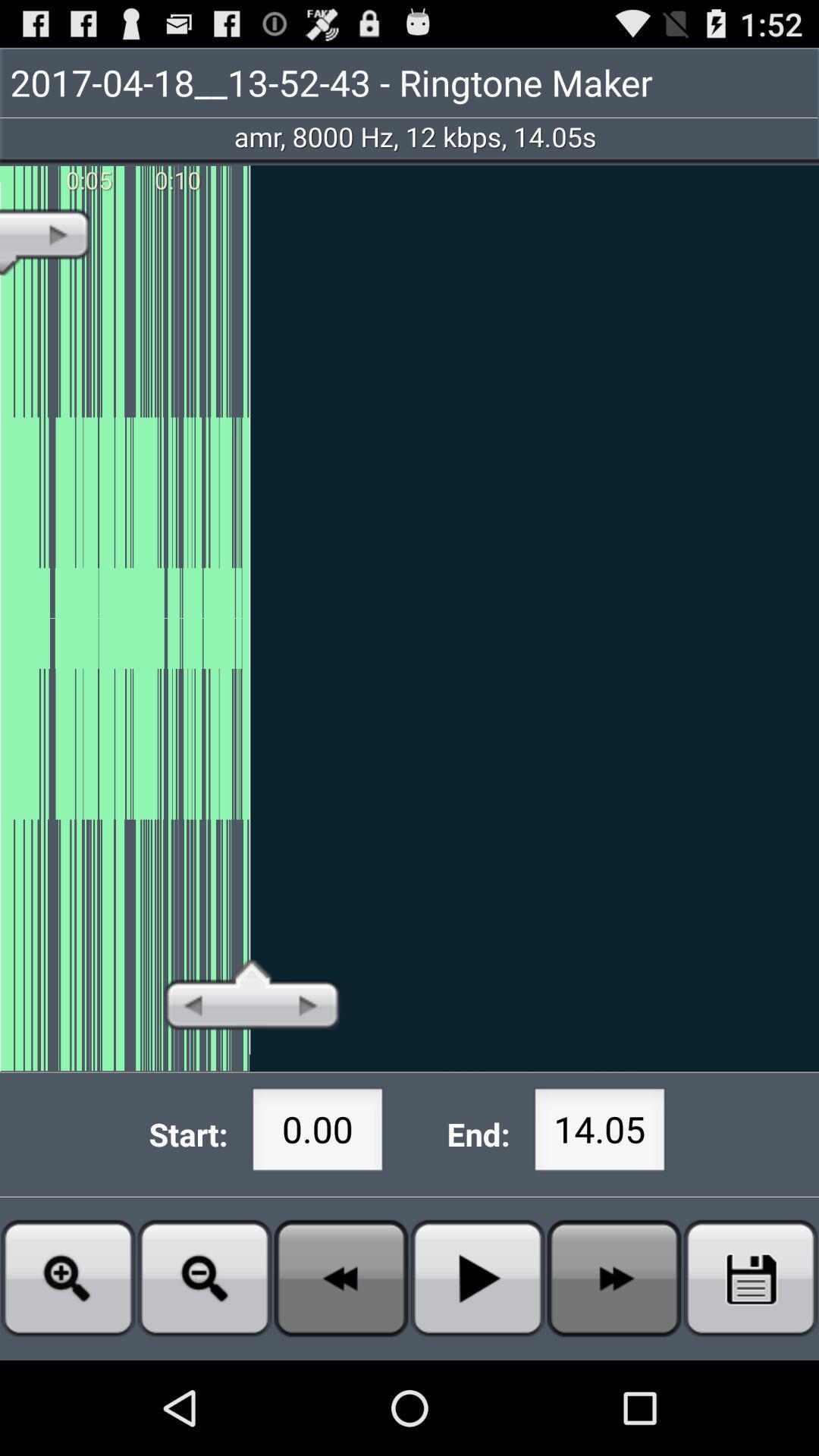 The image size is (819, 1456). What do you see at coordinates (751, 1368) in the screenshot?
I see `the save icon` at bounding box center [751, 1368].